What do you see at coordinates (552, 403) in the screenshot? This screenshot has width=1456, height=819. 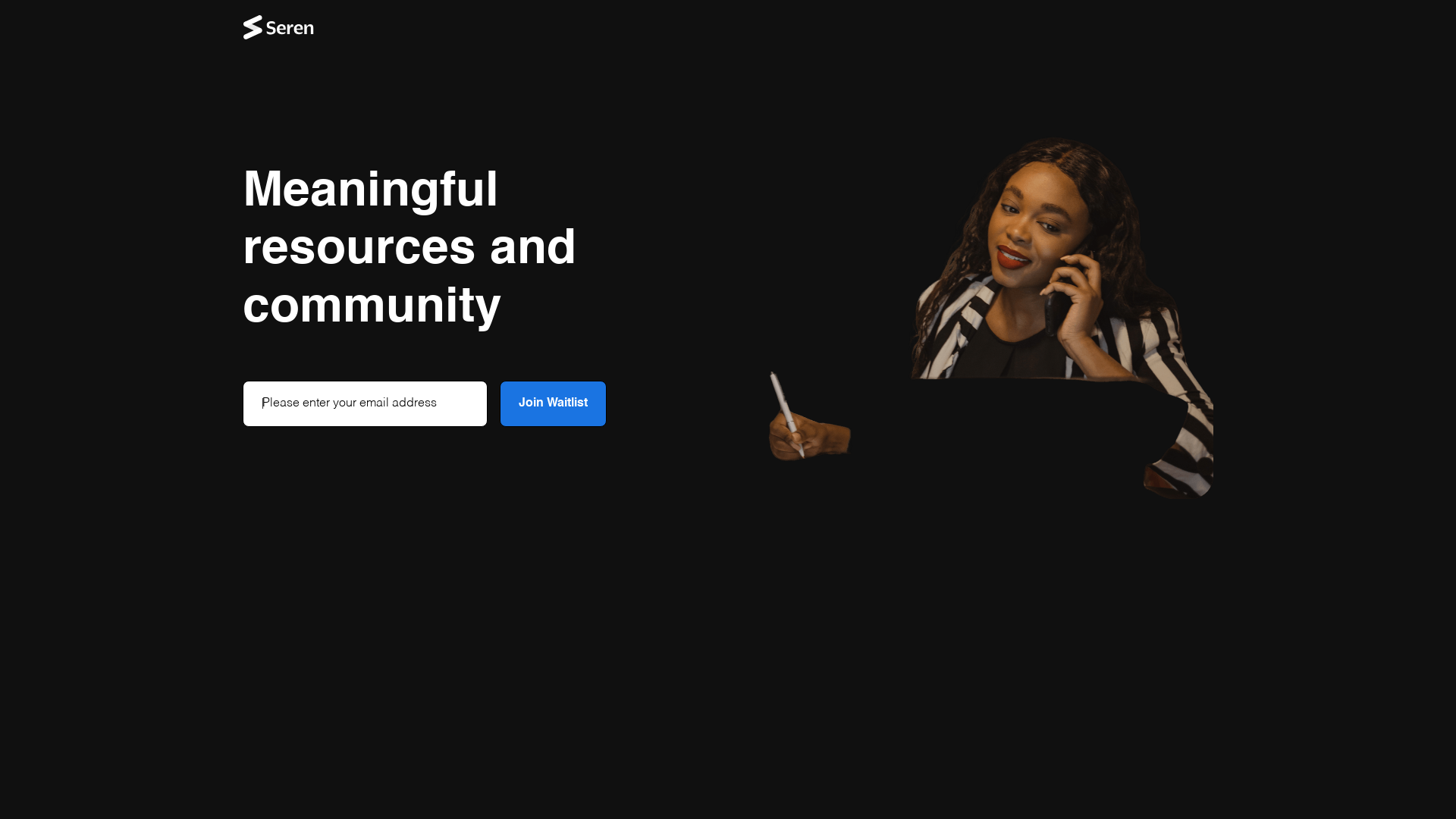 I see `'Join Waitlist'` at bounding box center [552, 403].